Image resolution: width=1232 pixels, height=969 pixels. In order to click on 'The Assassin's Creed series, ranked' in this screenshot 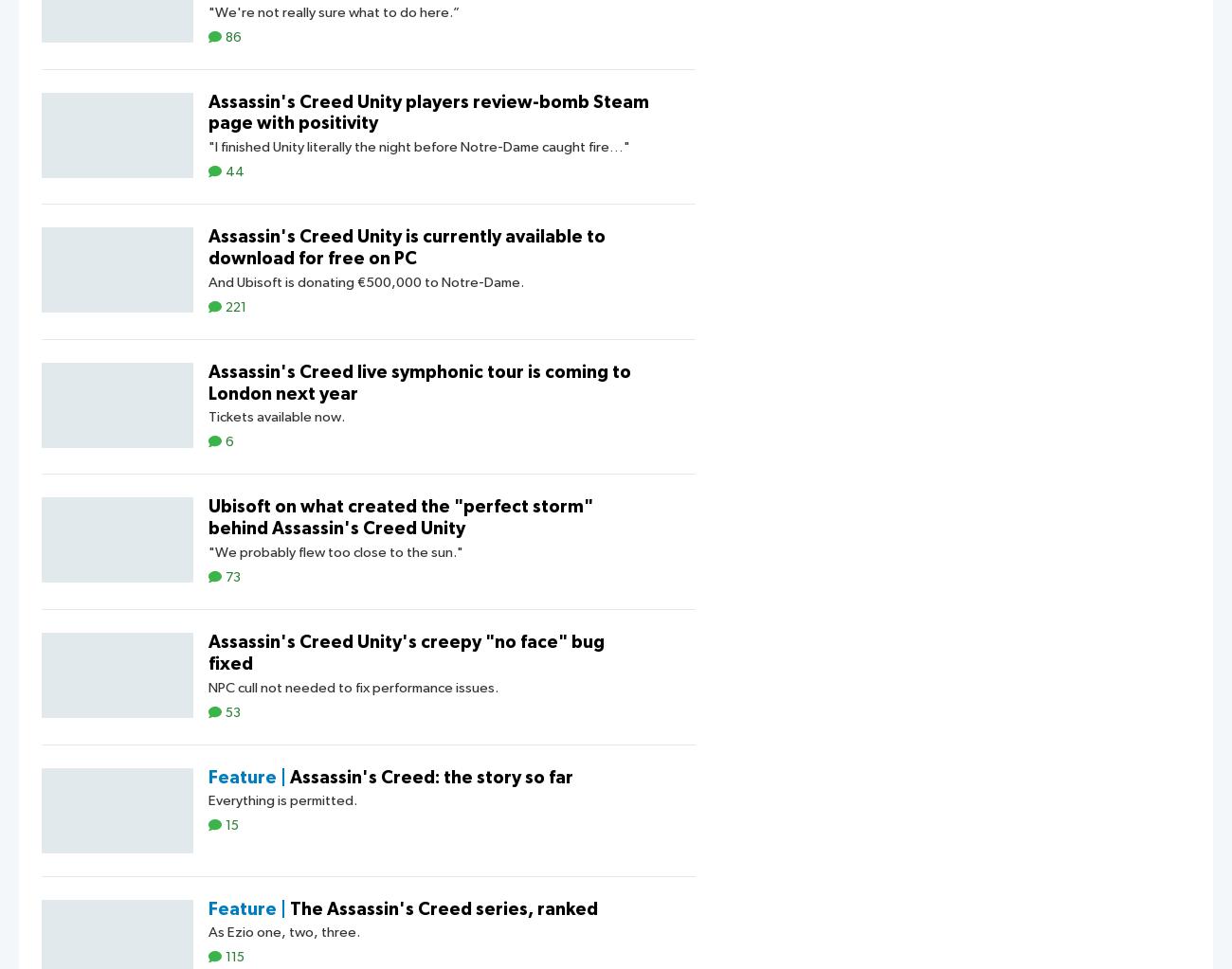, I will do `click(443, 908)`.